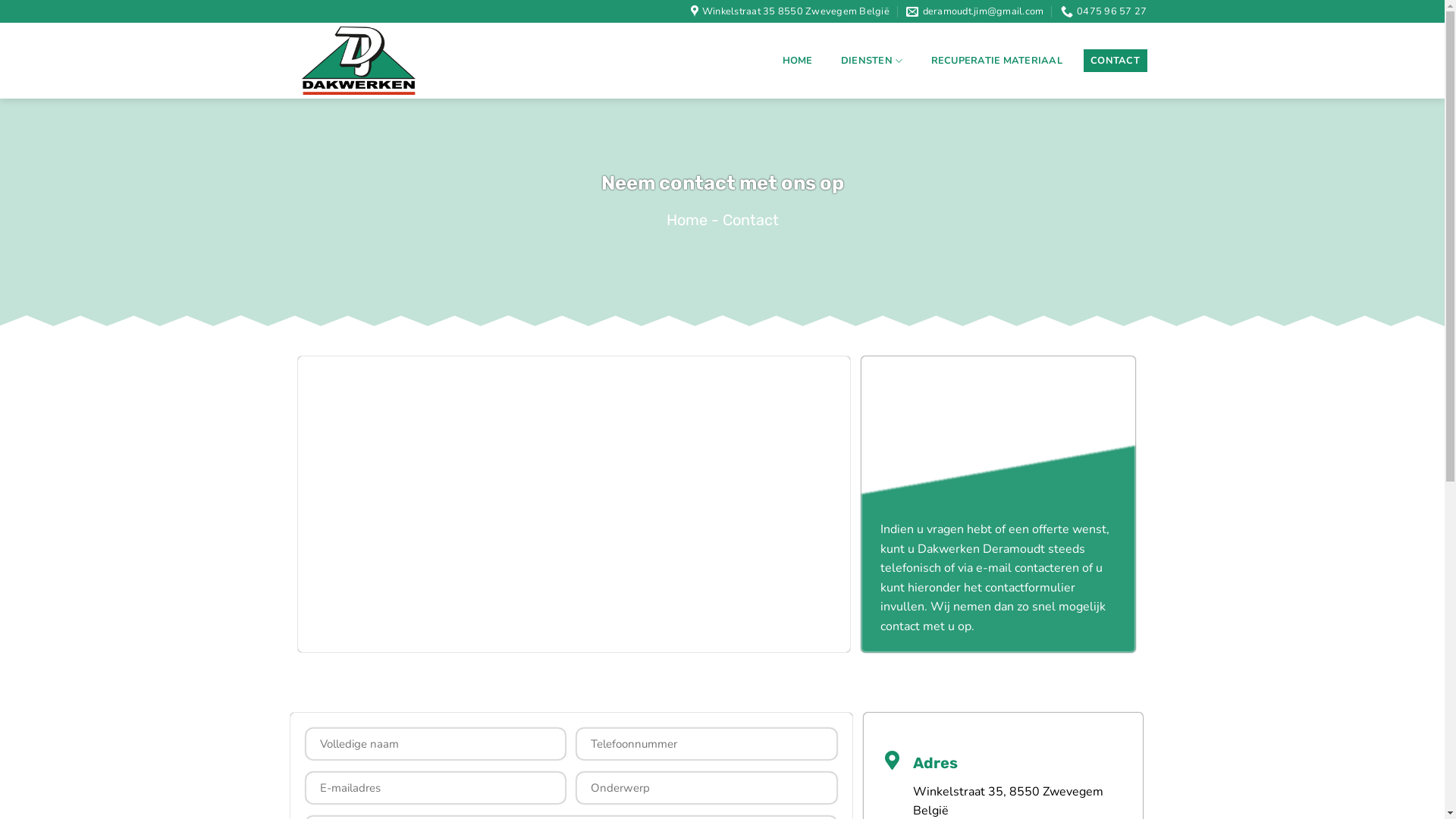 Image resolution: width=1456 pixels, height=819 pixels. Describe the element at coordinates (996, 60) in the screenshot. I see `'RECUPERATIE MATERIAAL'` at that location.